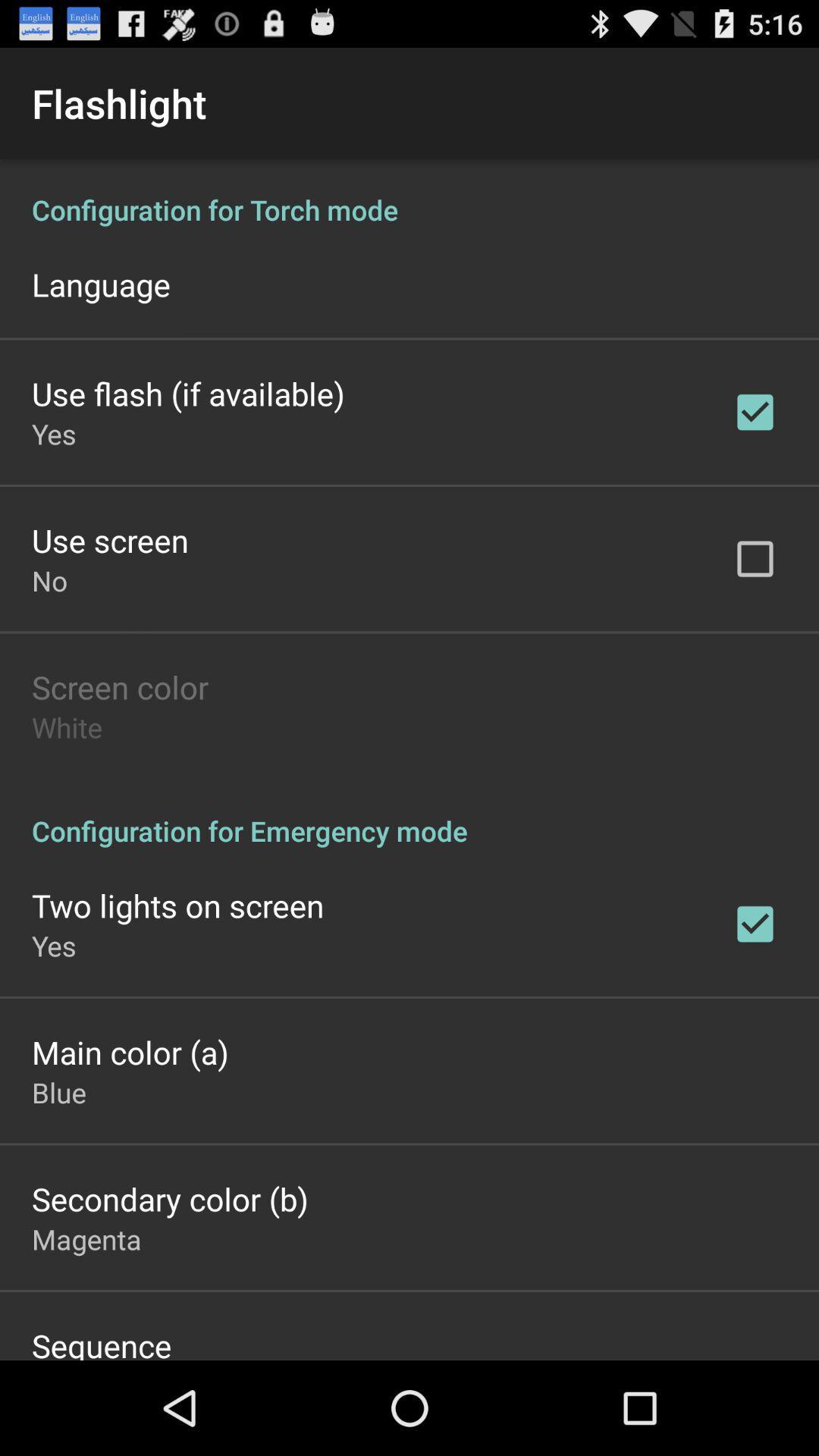  I want to click on blue app, so click(58, 1092).